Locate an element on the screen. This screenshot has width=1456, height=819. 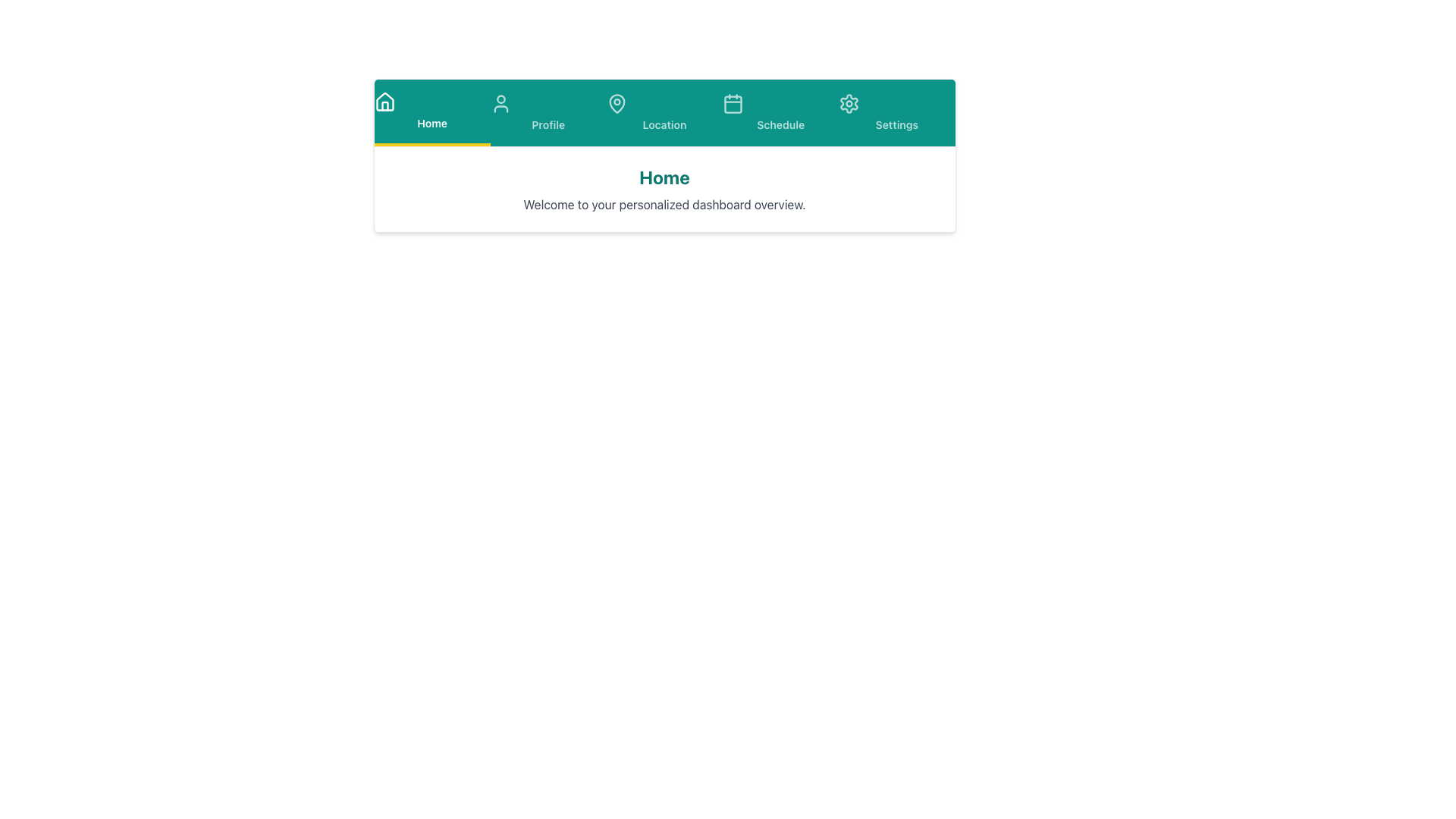
the house-shaped icon located in the top-left corner of the menu bar for accessibility navigation is located at coordinates (384, 102).